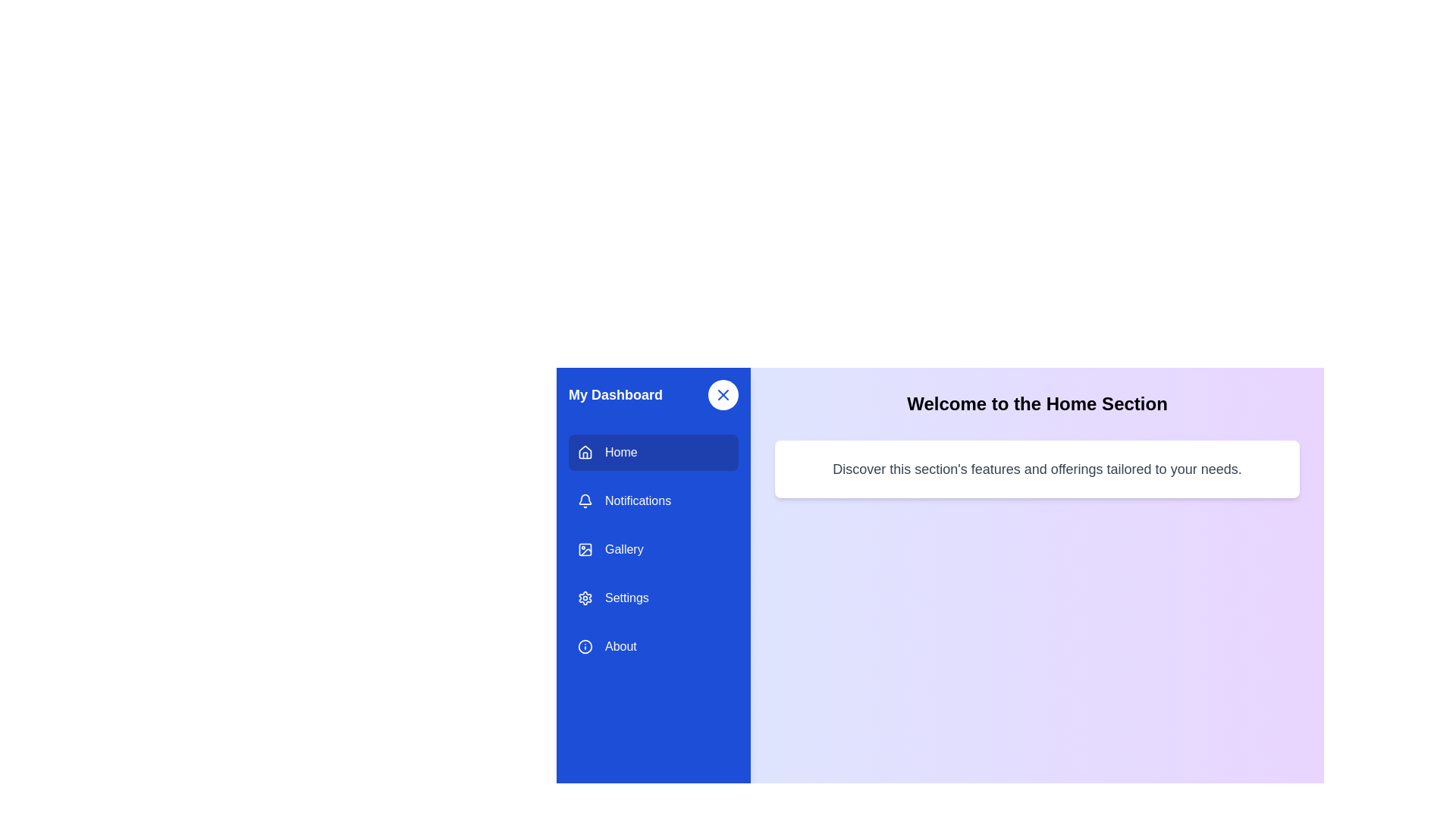  What do you see at coordinates (654, 646) in the screenshot?
I see `the menu item About to explore its hover effect` at bounding box center [654, 646].